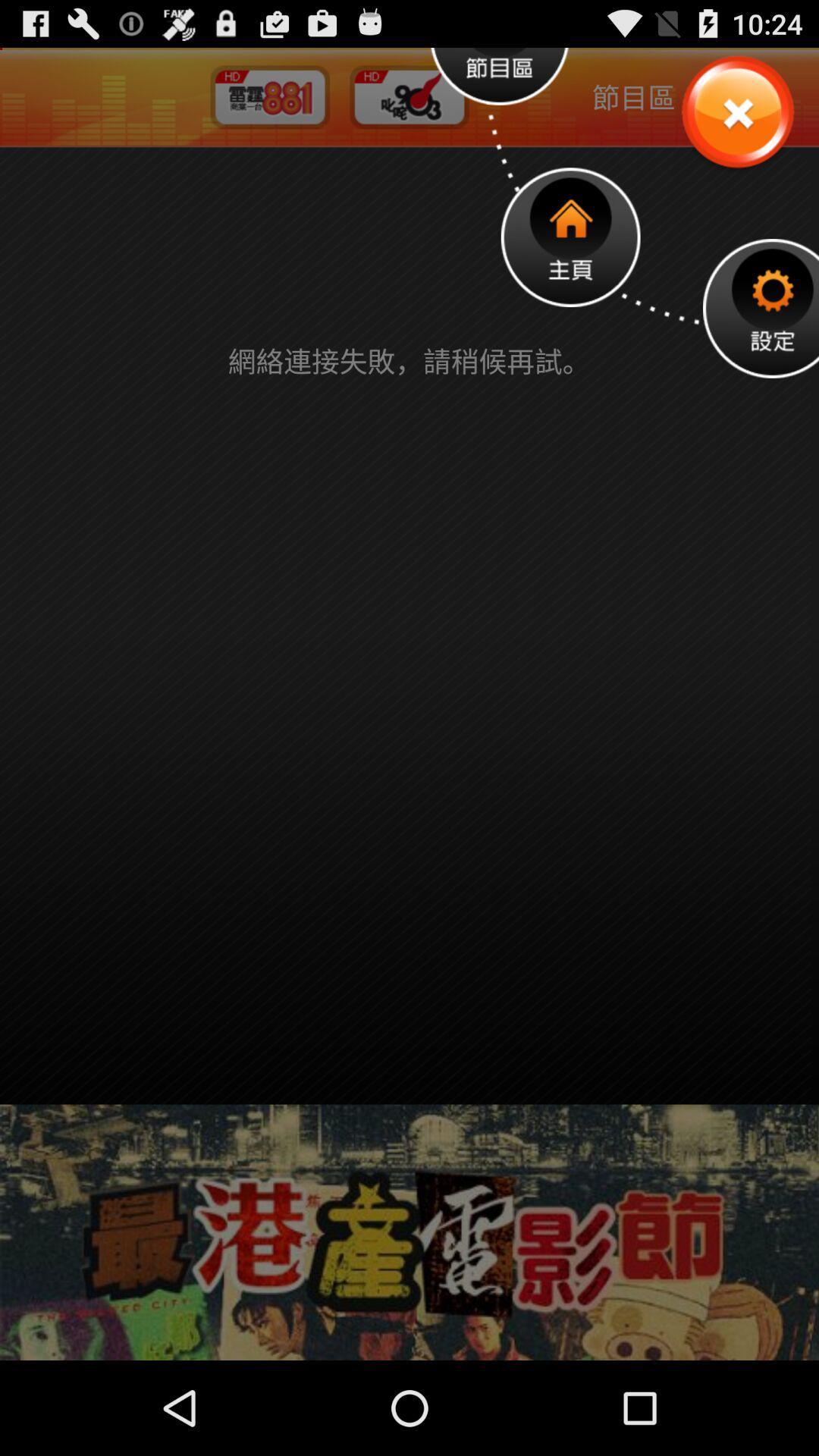  What do you see at coordinates (570, 237) in the screenshot?
I see `homepage` at bounding box center [570, 237].